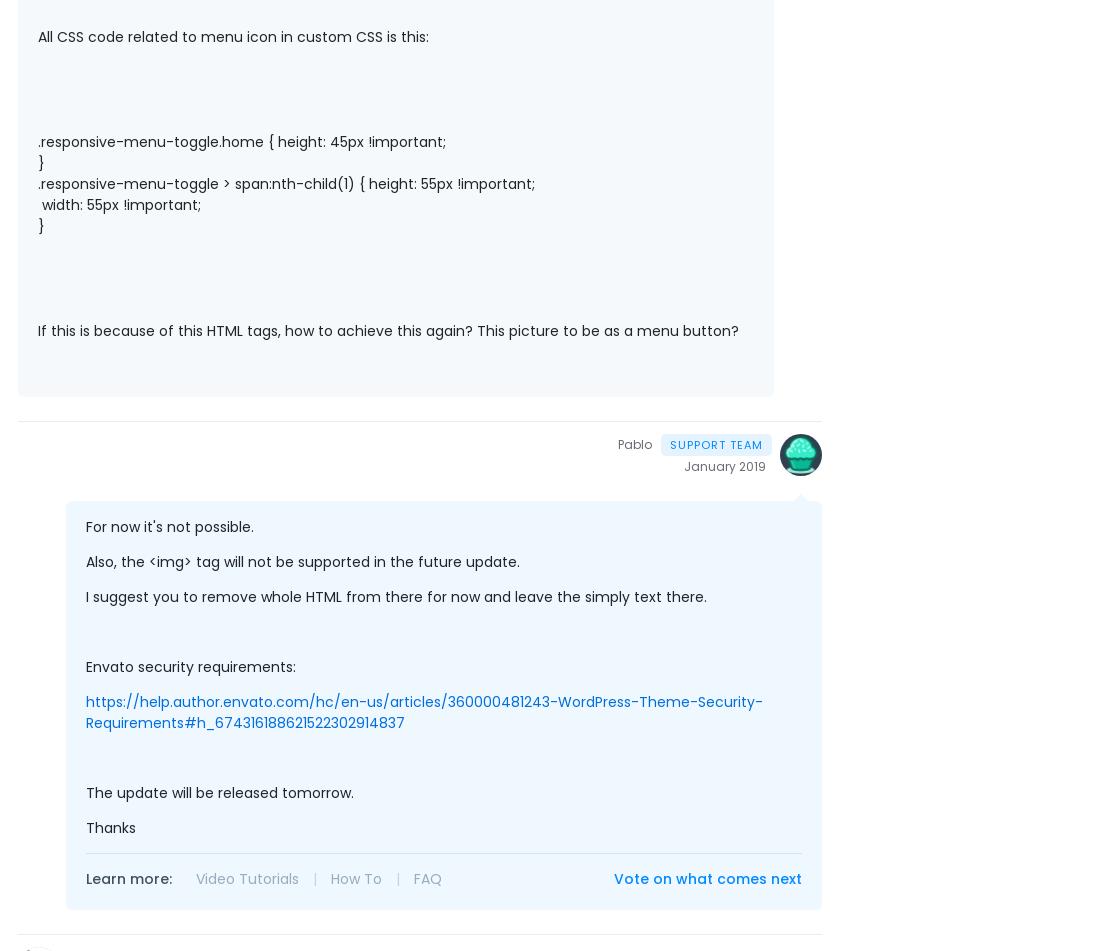 This screenshot has width=1100, height=951. What do you see at coordinates (616, 443) in the screenshot?
I see `'Pablo'` at bounding box center [616, 443].